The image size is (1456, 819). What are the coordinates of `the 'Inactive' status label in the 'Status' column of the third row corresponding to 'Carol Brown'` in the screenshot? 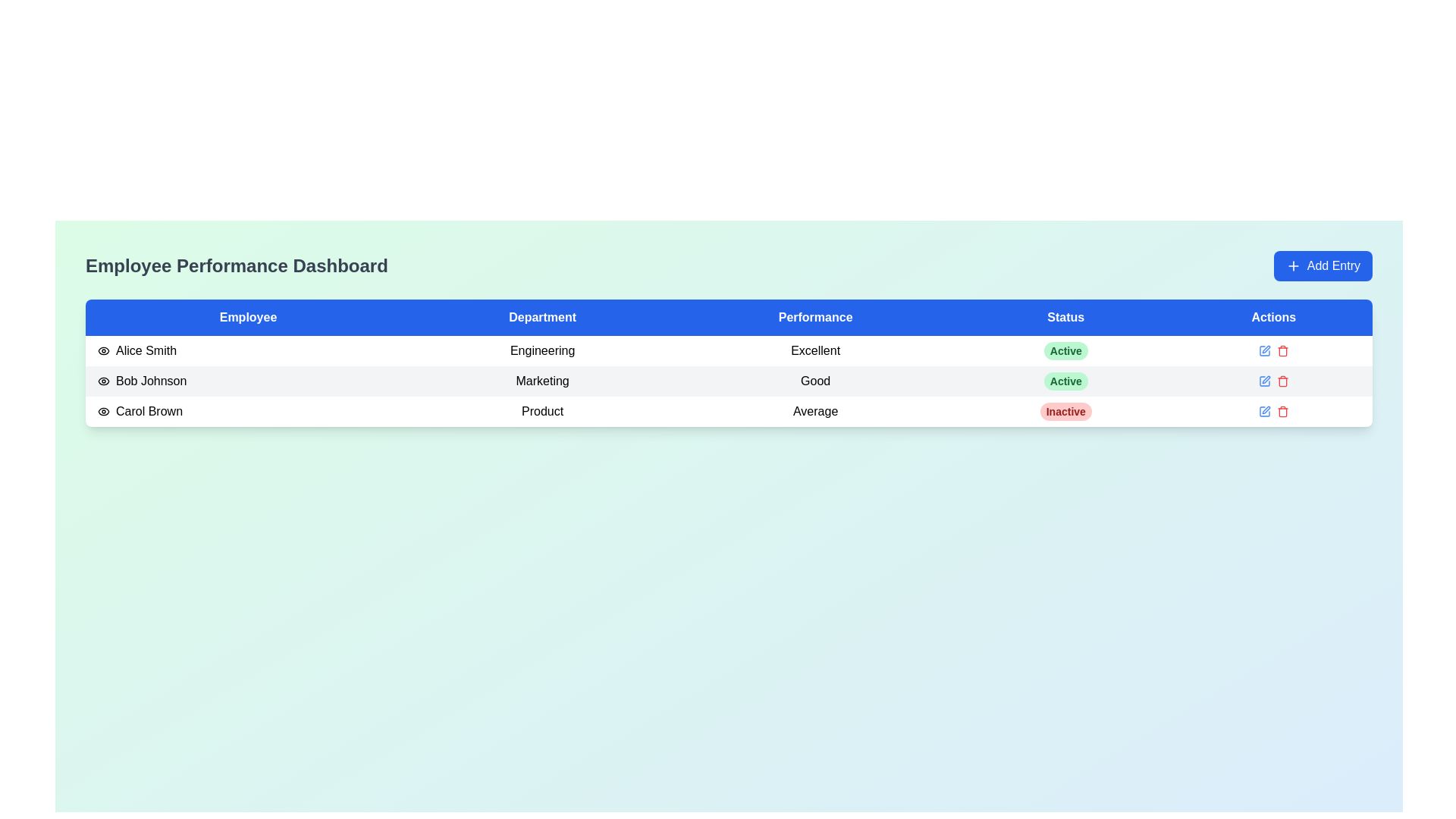 It's located at (1065, 412).